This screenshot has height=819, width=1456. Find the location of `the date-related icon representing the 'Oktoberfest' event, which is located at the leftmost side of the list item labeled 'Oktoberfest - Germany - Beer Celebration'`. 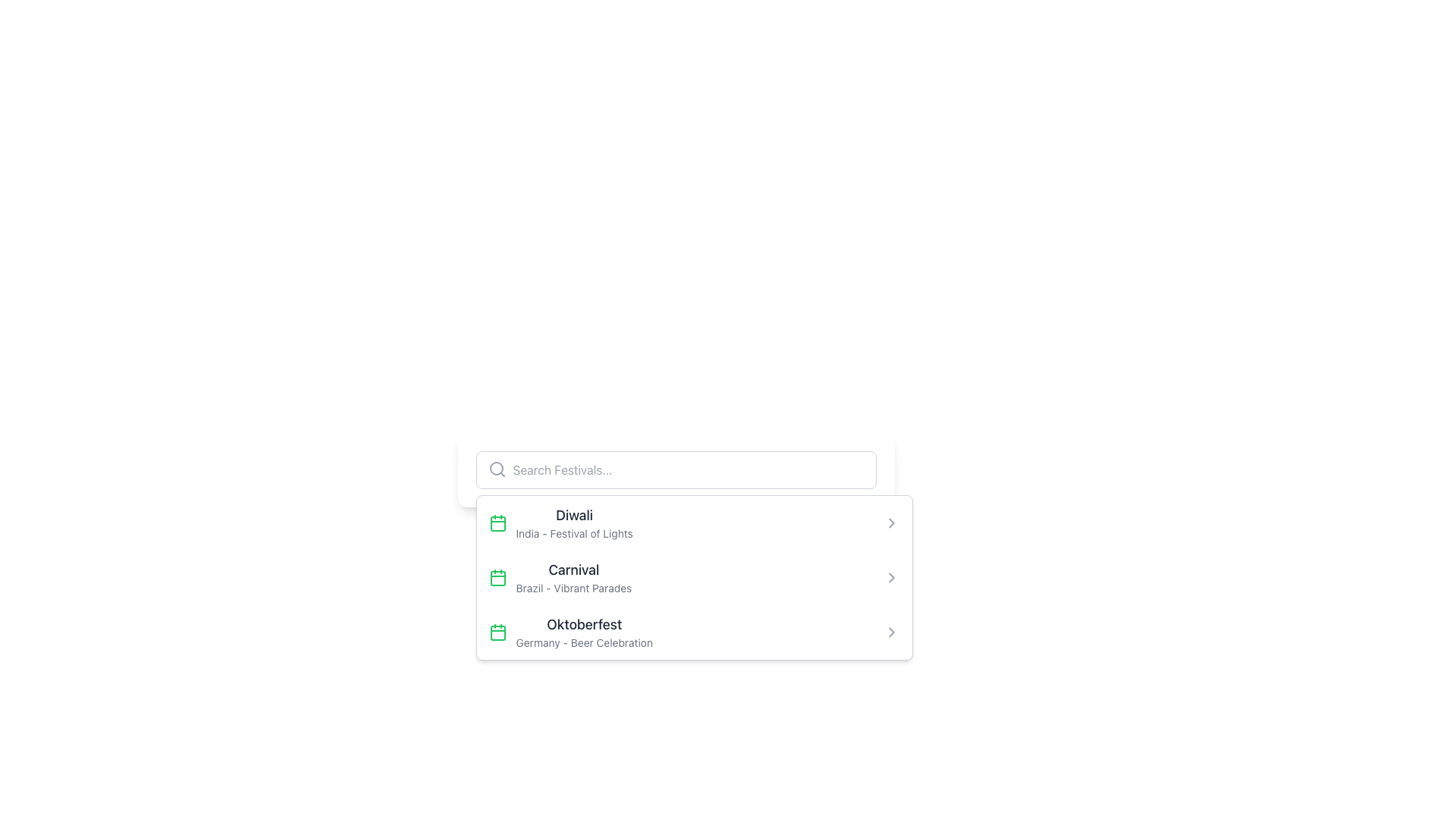

the date-related icon representing the 'Oktoberfest' event, which is located at the leftmost side of the list item labeled 'Oktoberfest - Germany - Beer Celebration' is located at coordinates (497, 632).